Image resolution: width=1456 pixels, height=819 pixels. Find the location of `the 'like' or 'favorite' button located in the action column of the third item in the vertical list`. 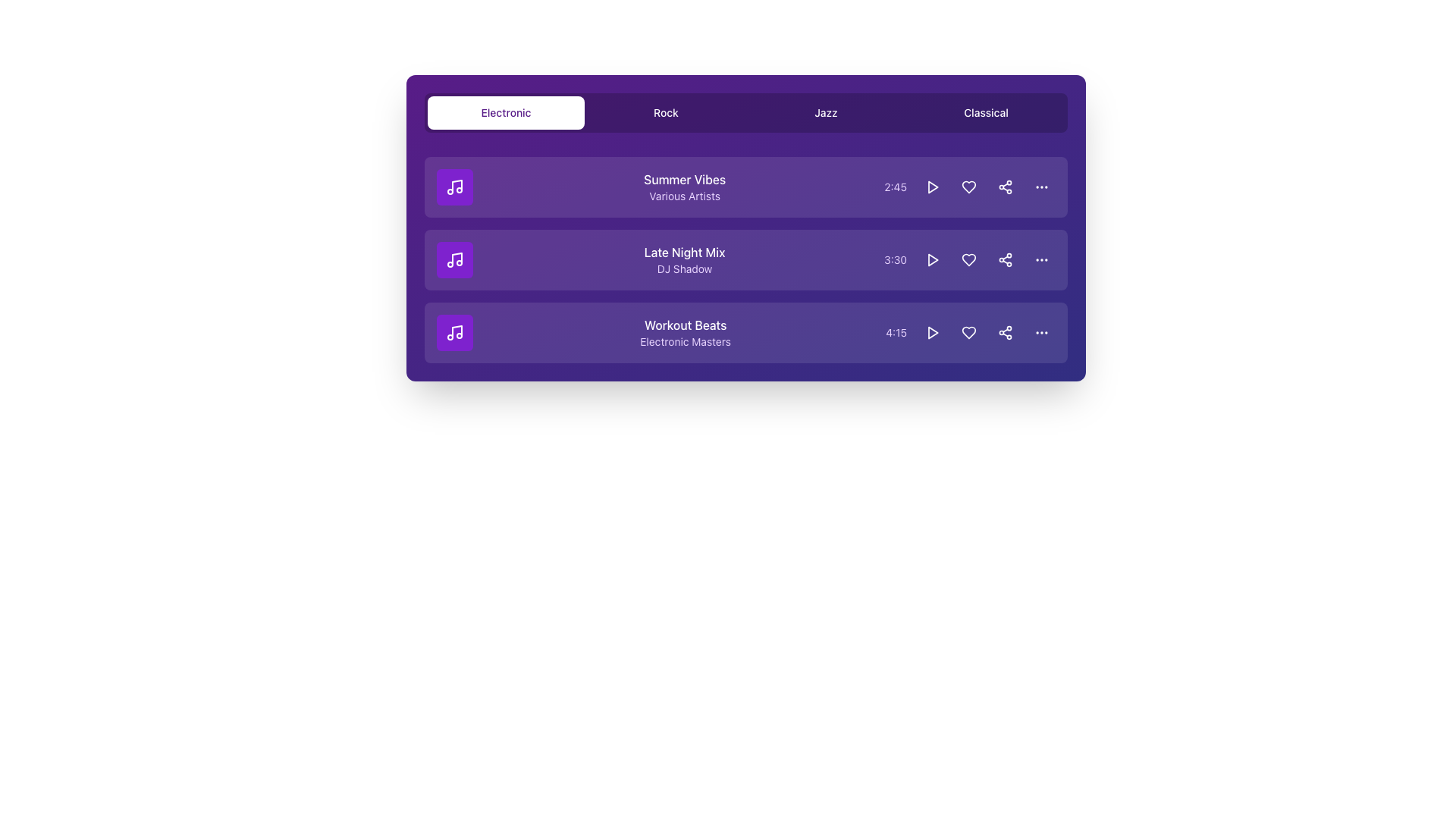

the 'like' or 'favorite' button located in the action column of the third item in the vertical list is located at coordinates (968, 332).